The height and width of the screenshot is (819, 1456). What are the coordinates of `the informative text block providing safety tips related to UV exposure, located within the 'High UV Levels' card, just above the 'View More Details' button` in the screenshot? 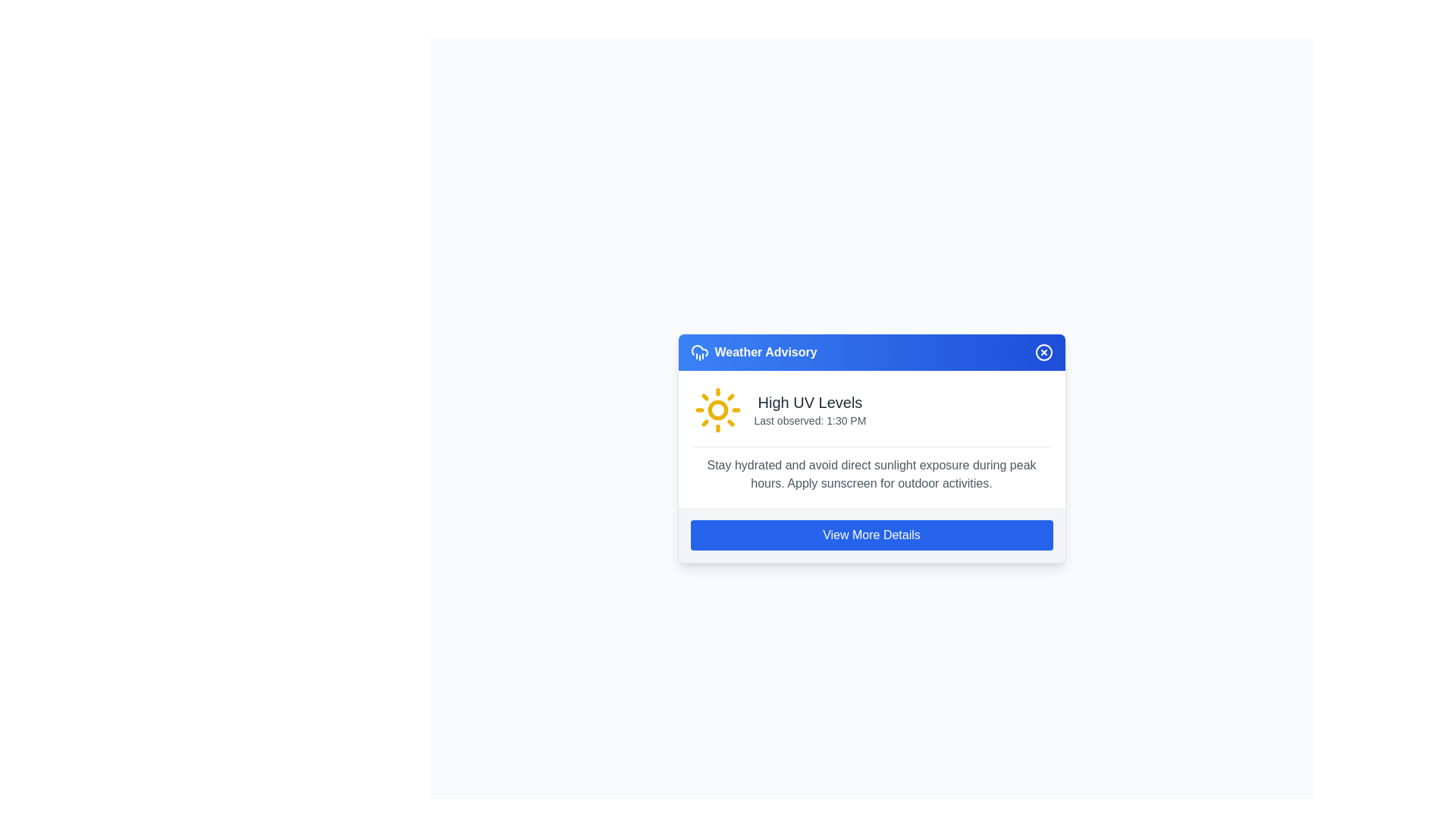 It's located at (871, 468).